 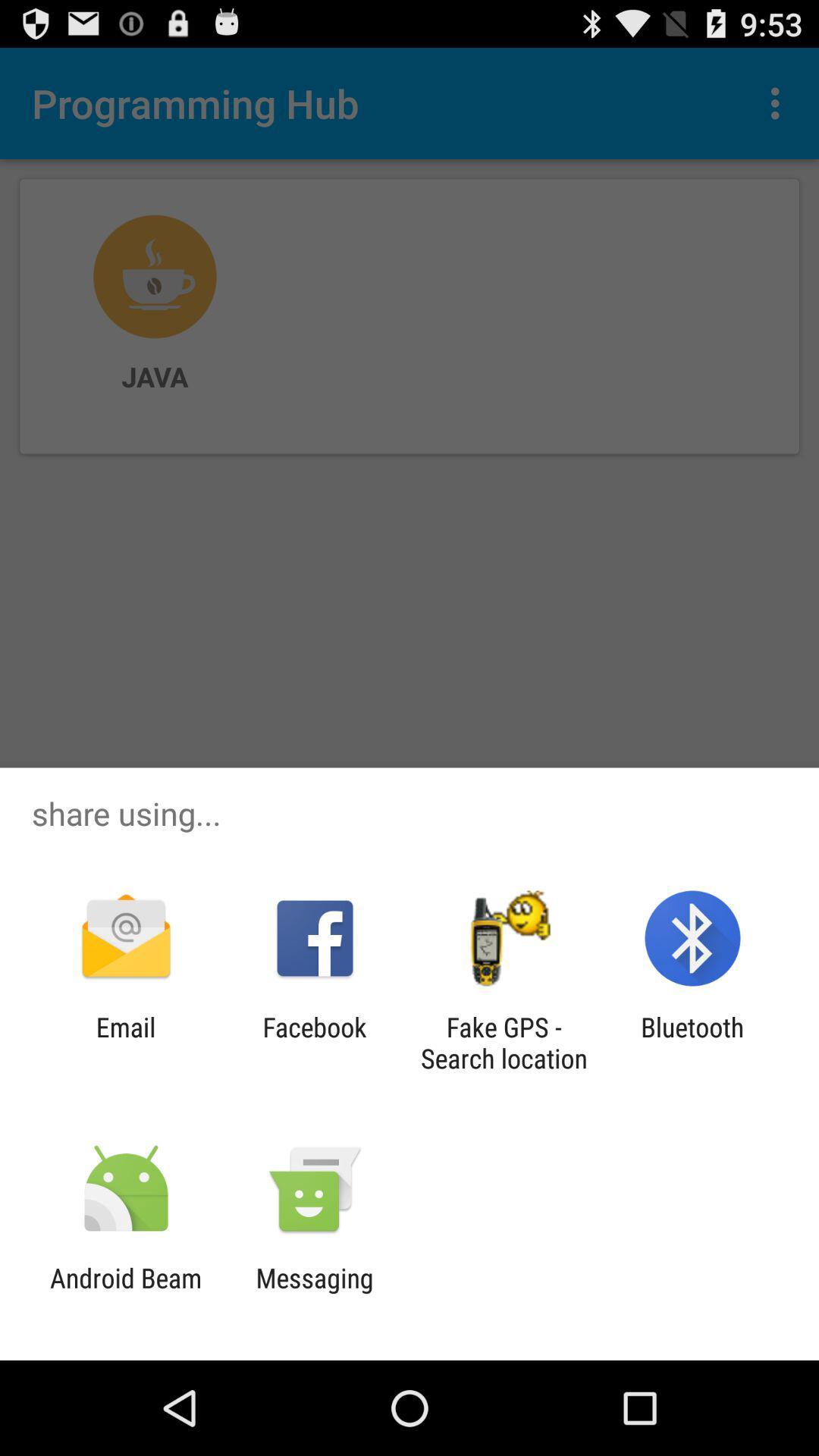 What do you see at coordinates (314, 1293) in the screenshot?
I see `app next to the android beam app` at bounding box center [314, 1293].